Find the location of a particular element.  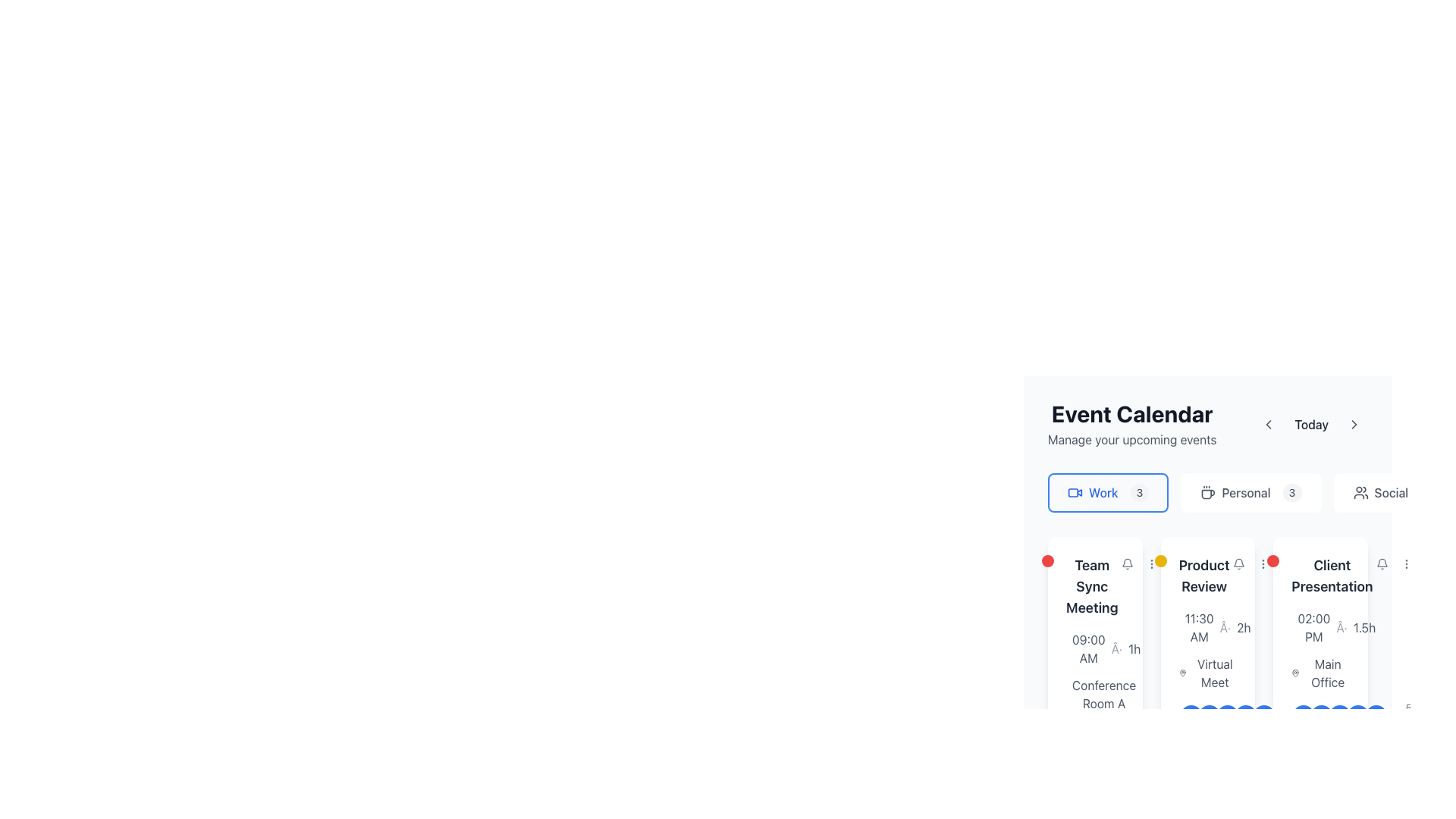

the circular badge labeled '+7' with a light gray background and thin white border is located at coordinates (1281, 716).